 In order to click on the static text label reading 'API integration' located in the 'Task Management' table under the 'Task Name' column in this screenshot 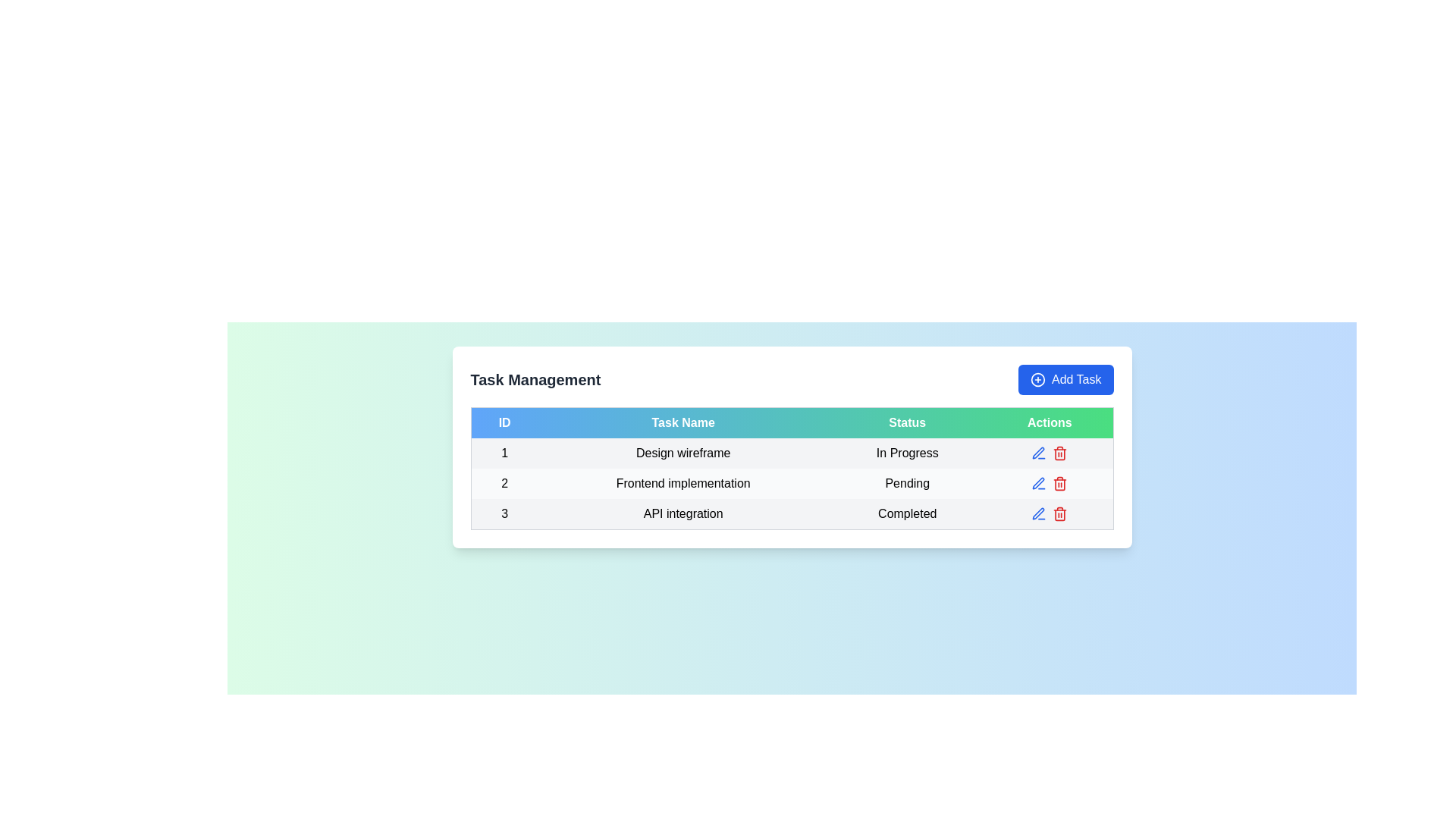, I will do `click(682, 513)`.